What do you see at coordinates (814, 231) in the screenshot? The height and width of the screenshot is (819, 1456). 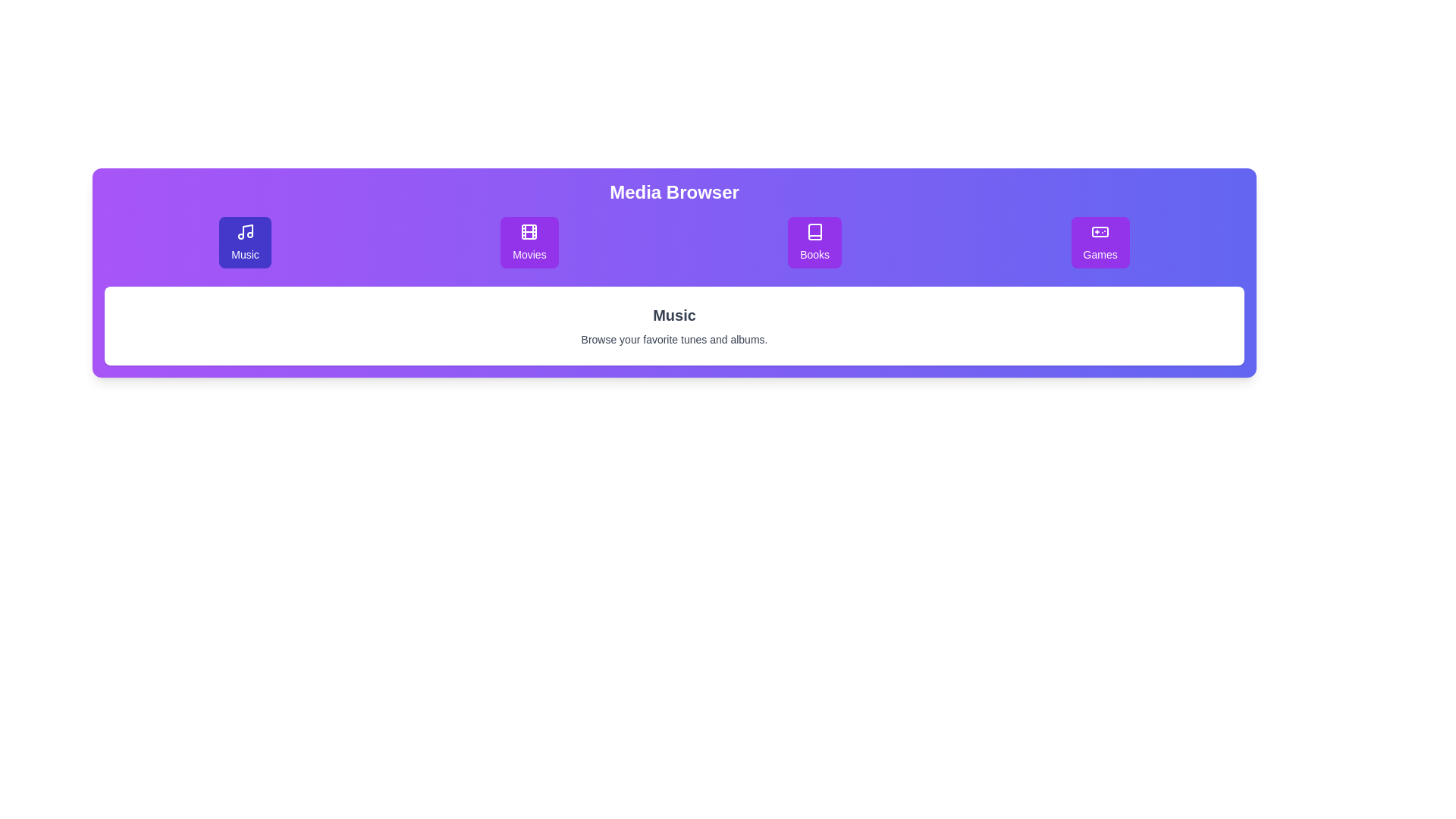 I see `the graphical icon resembling a book with a purple background in the top menu bar labeled 'Books'` at bounding box center [814, 231].